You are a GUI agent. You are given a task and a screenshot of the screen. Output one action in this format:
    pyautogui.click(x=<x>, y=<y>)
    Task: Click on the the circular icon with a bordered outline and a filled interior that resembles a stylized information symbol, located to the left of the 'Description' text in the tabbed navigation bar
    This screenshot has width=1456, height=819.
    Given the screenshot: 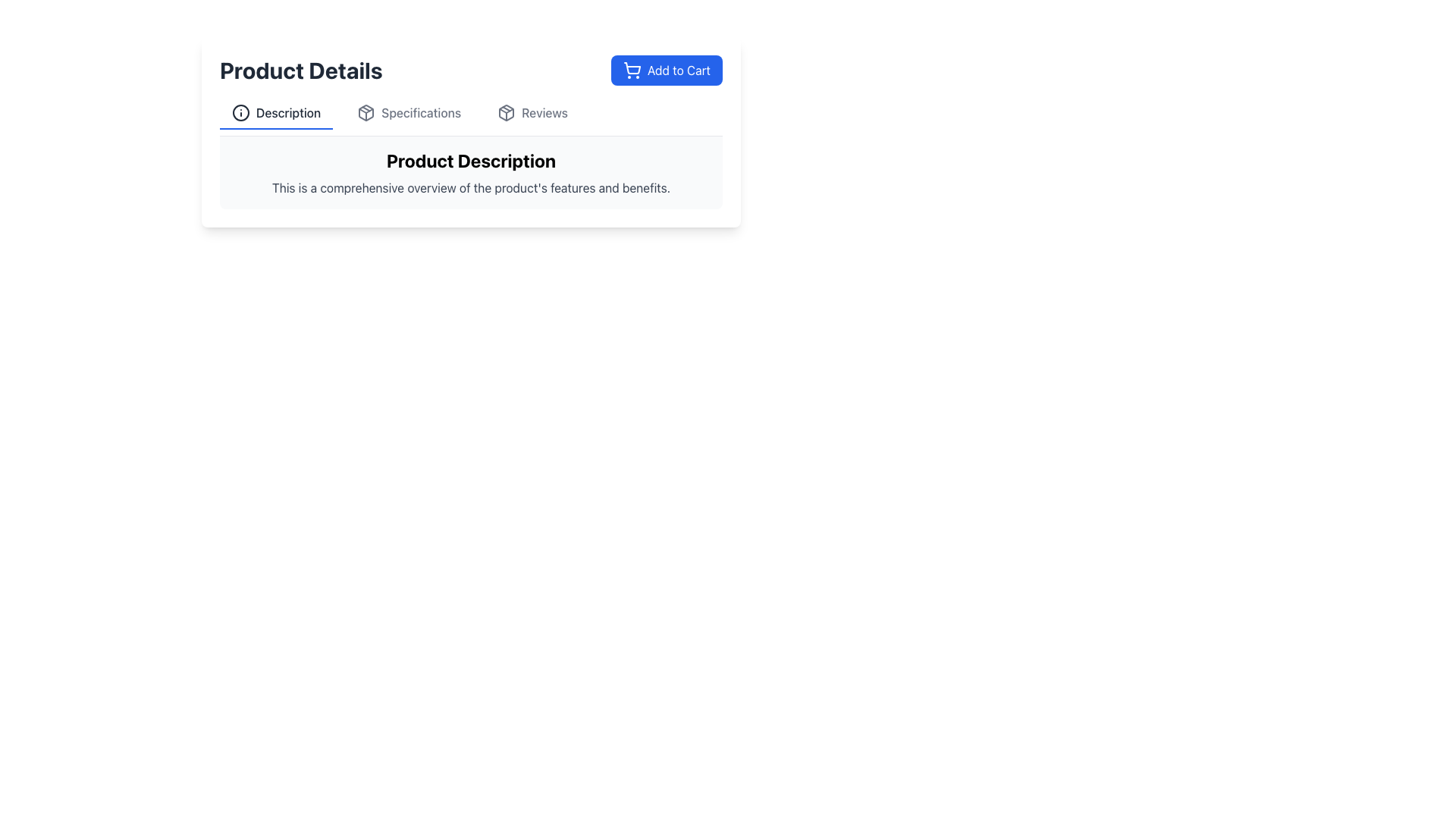 What is the action you would take?
    pyautogui.click(x=240, y=112)
    